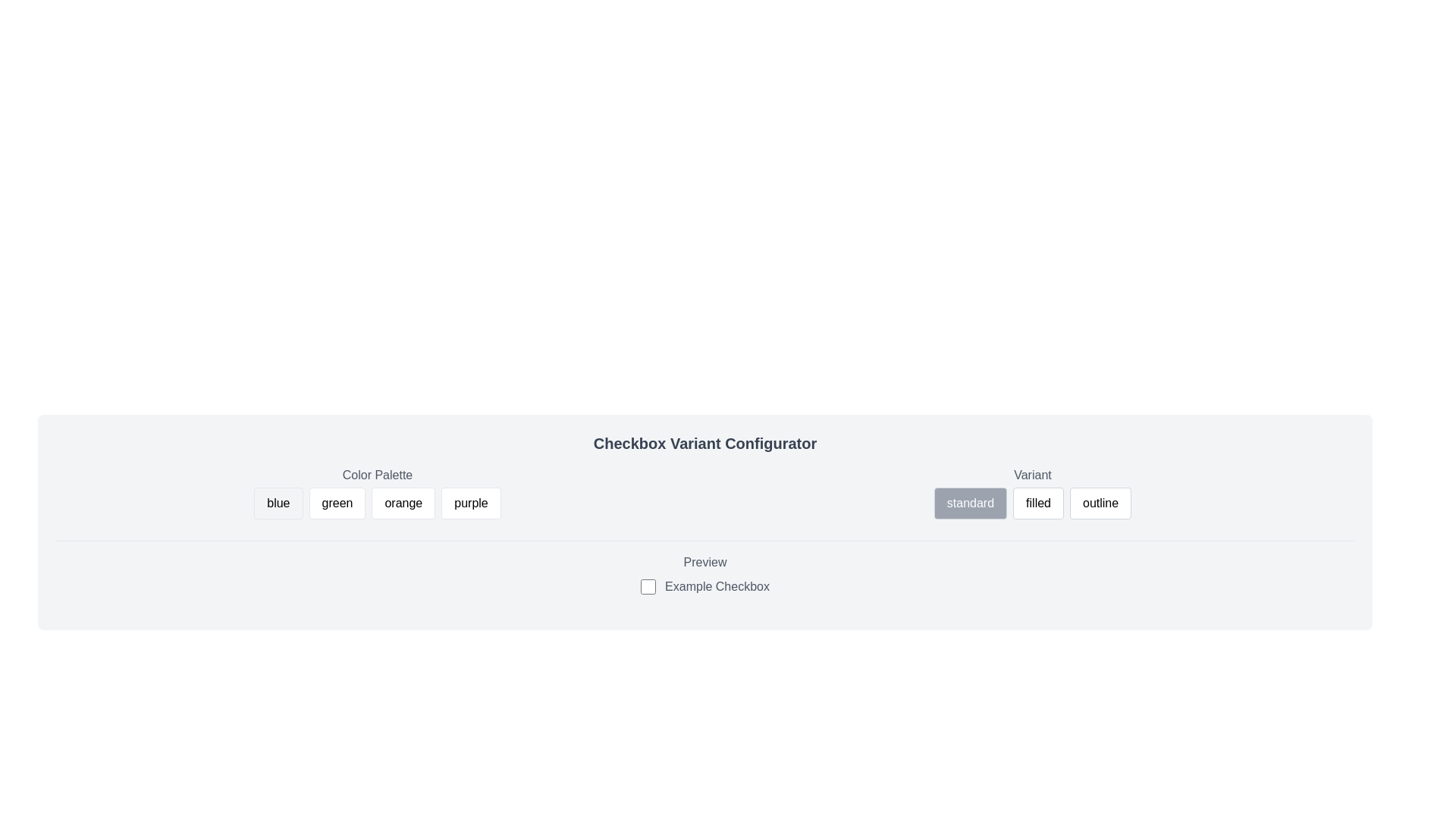 The width and height of the screenshot is (1456, 819). I want to click on the orange color selection button located below the 'Color Palette' heading, so click(403, 503).